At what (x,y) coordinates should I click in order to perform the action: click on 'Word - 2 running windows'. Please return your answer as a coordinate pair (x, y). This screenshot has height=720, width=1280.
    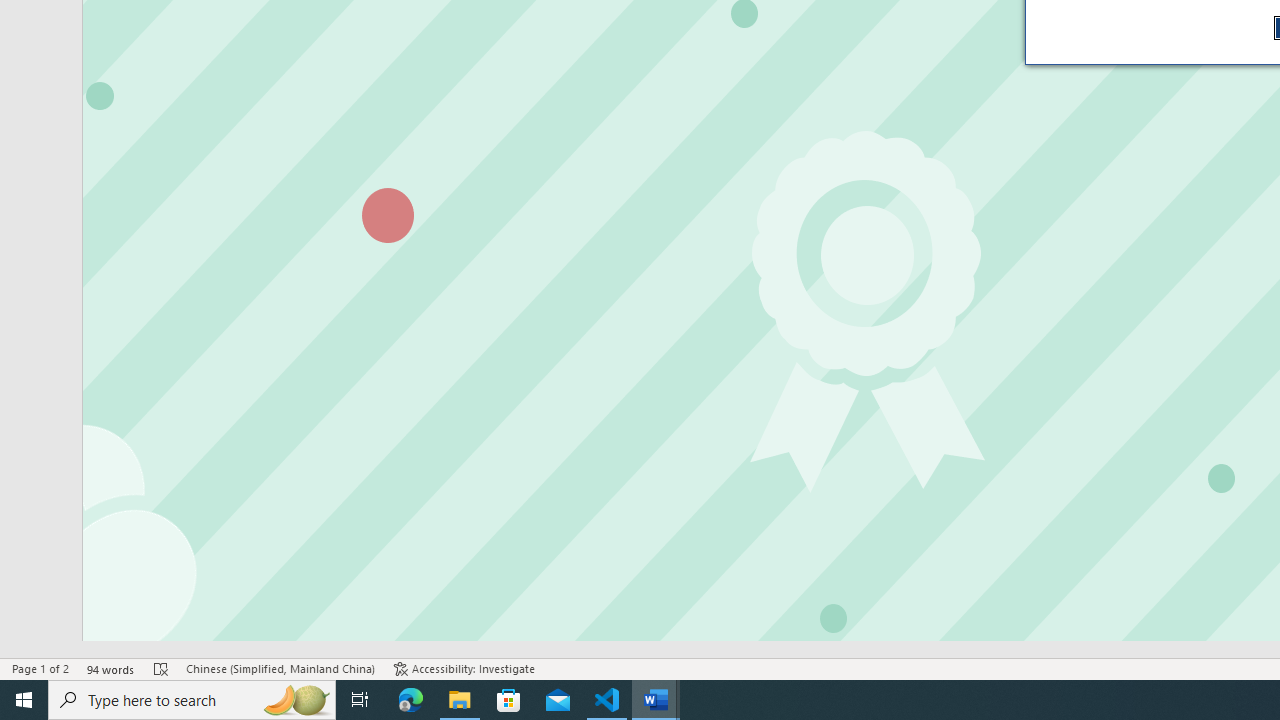
    Looking at the image, I should click on (656, 698).